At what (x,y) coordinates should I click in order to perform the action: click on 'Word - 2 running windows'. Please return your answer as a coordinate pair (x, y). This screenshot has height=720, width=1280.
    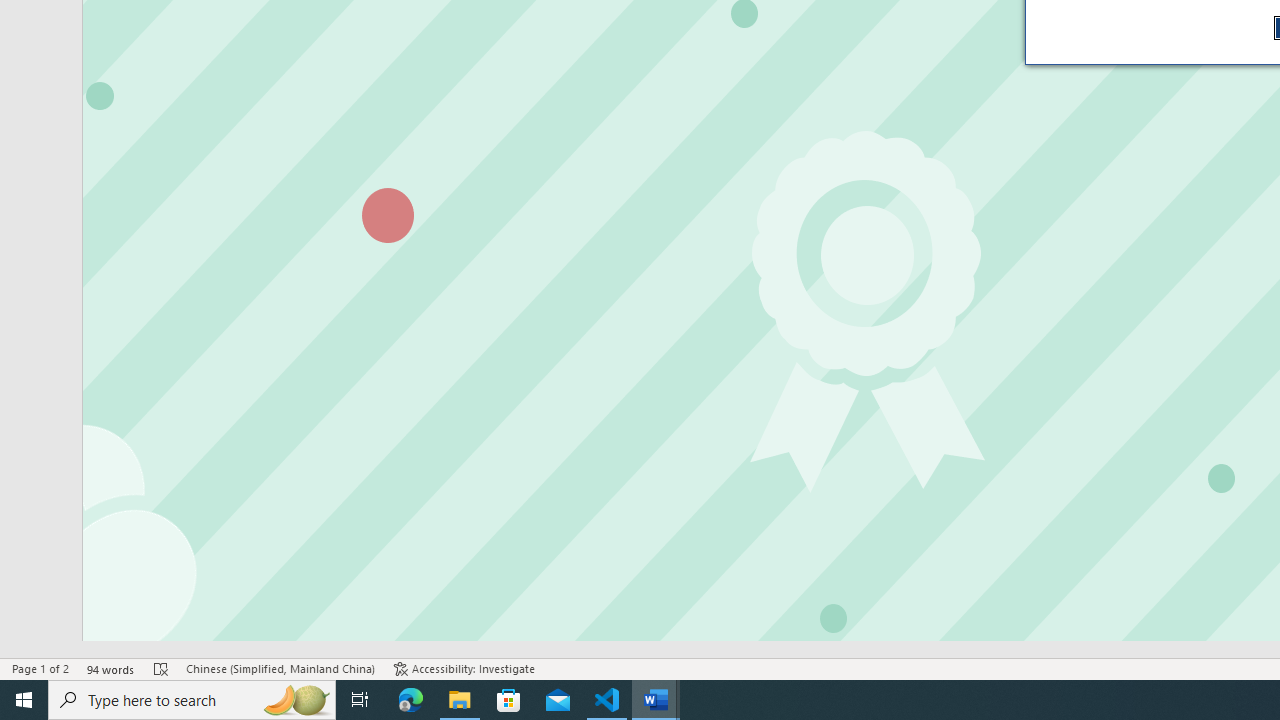
    Looking at the image, I should click on (656, 698).